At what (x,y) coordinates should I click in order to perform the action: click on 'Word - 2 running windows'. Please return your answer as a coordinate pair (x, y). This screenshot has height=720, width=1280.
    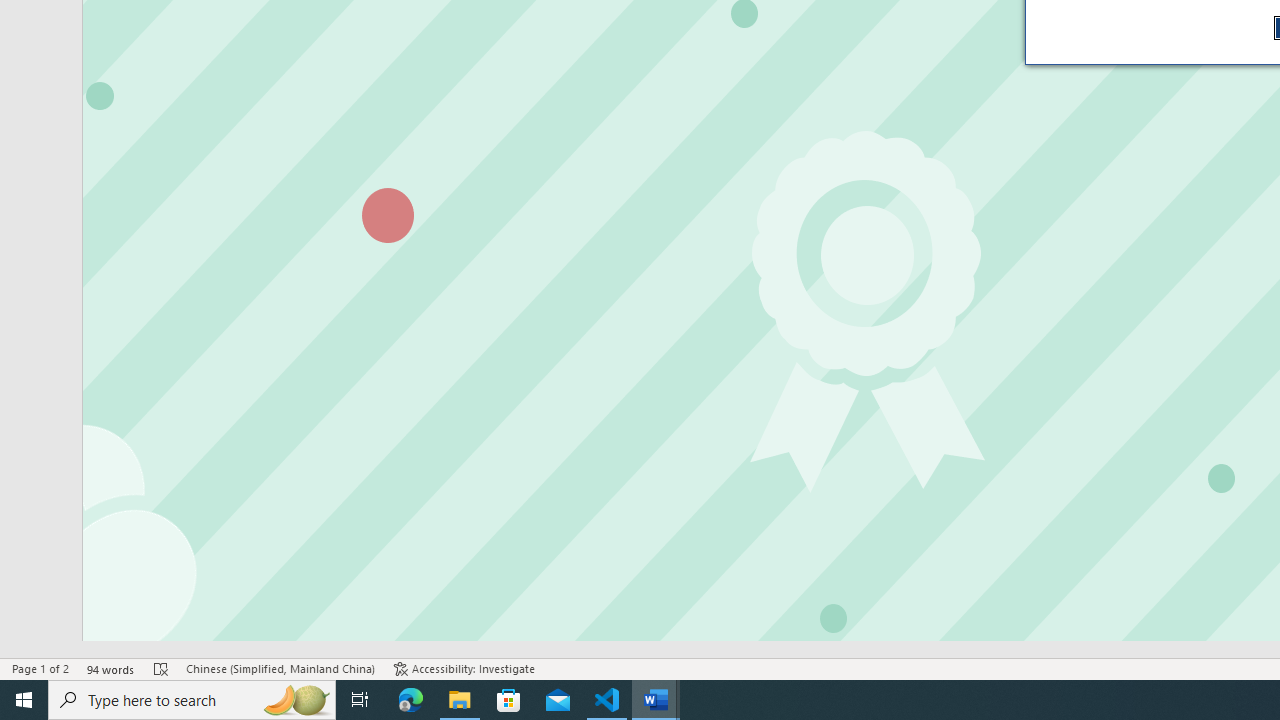
    Looking at the image, I should click on (656, 698).